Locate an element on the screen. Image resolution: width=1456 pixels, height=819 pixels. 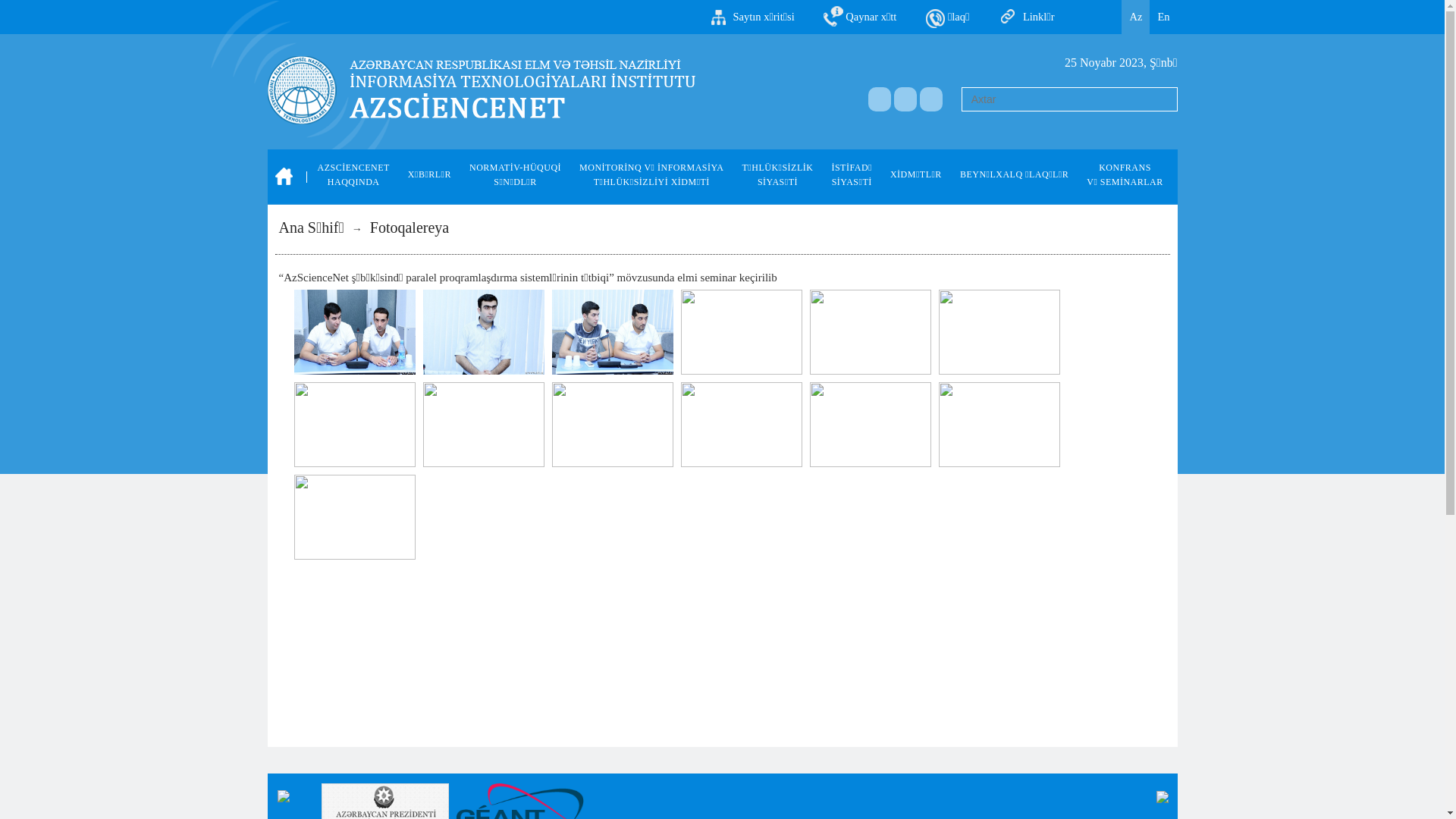
'Az' is located at coordinates (1135, 17).